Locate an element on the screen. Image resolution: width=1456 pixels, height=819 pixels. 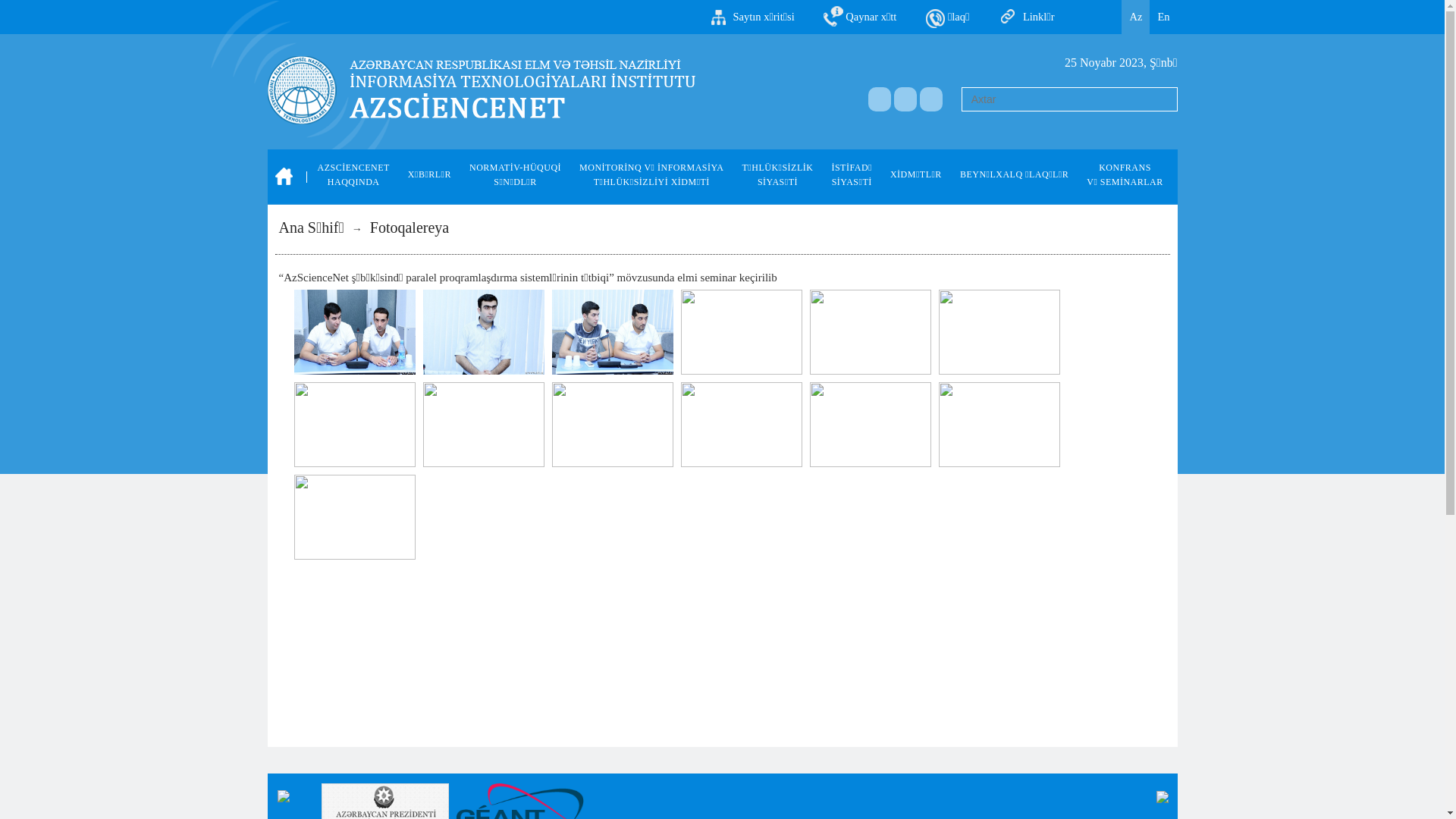
'Az' is located at coordinates (1135, 17).